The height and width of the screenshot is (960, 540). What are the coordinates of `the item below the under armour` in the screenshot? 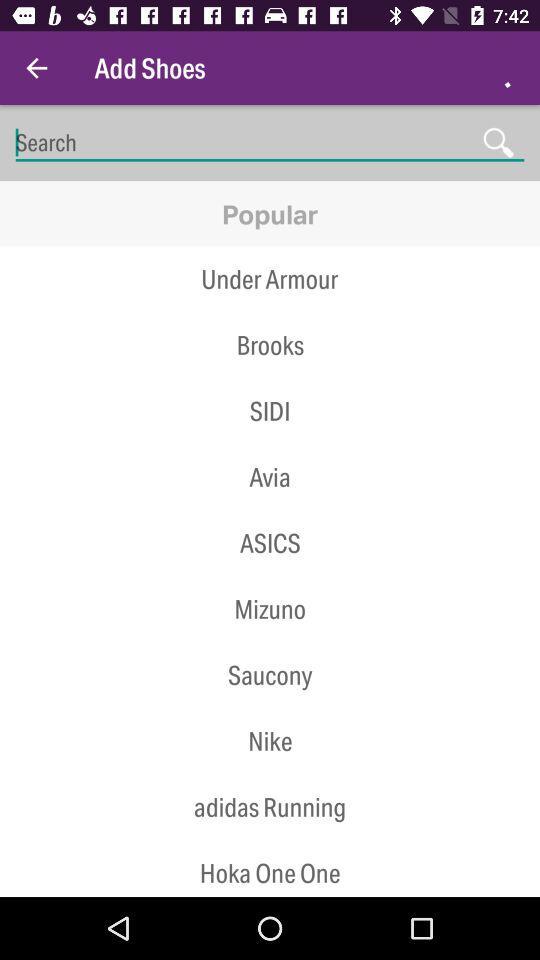 It's located at (270, 345).